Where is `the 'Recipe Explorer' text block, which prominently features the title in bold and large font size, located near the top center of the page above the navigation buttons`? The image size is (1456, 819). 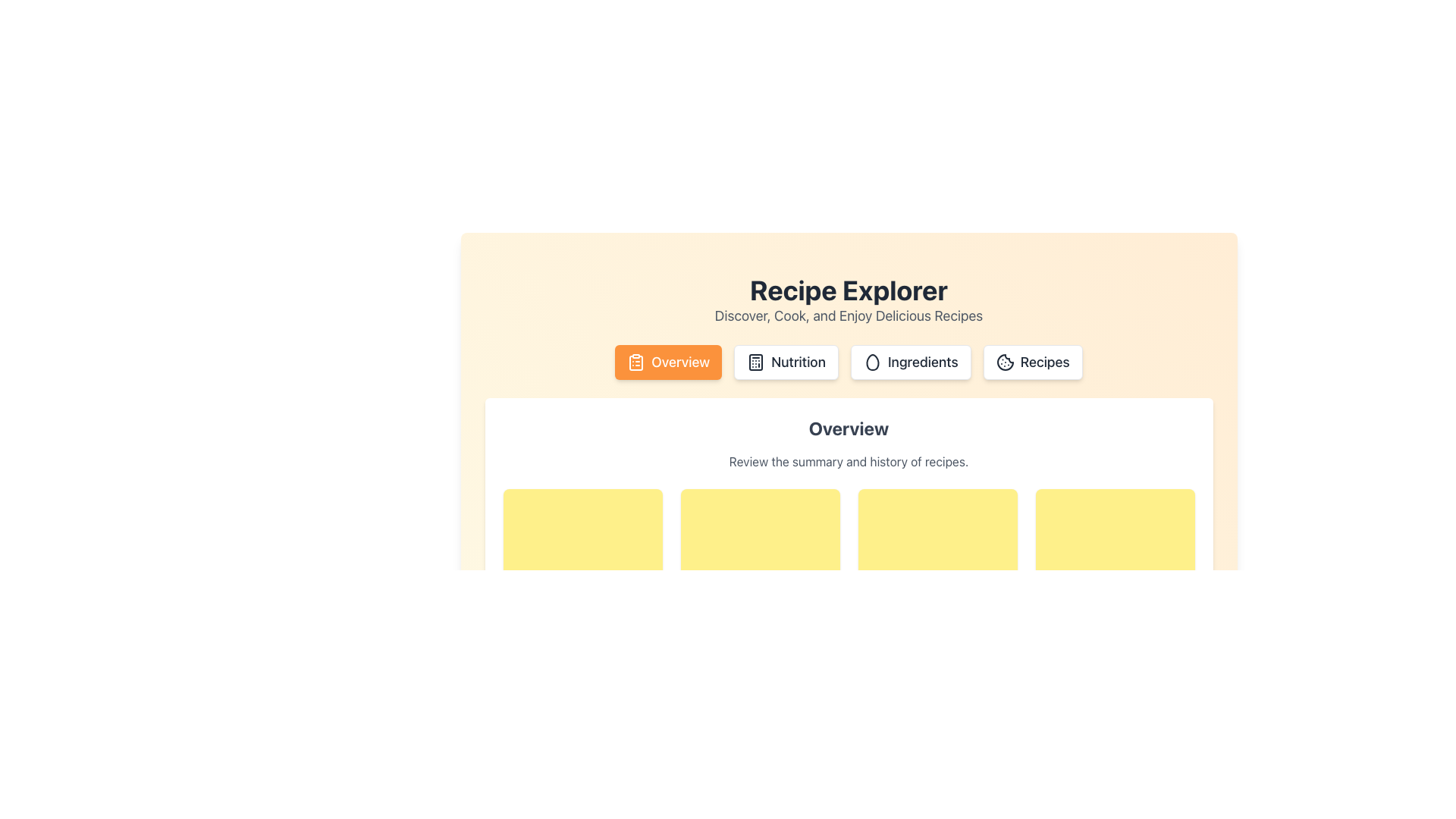
the 'Recipe Explorer' text block, which prominently features the title in bold and large font size, located near the top center of the page above the navigation buttons is located at coordinates (848, 301).